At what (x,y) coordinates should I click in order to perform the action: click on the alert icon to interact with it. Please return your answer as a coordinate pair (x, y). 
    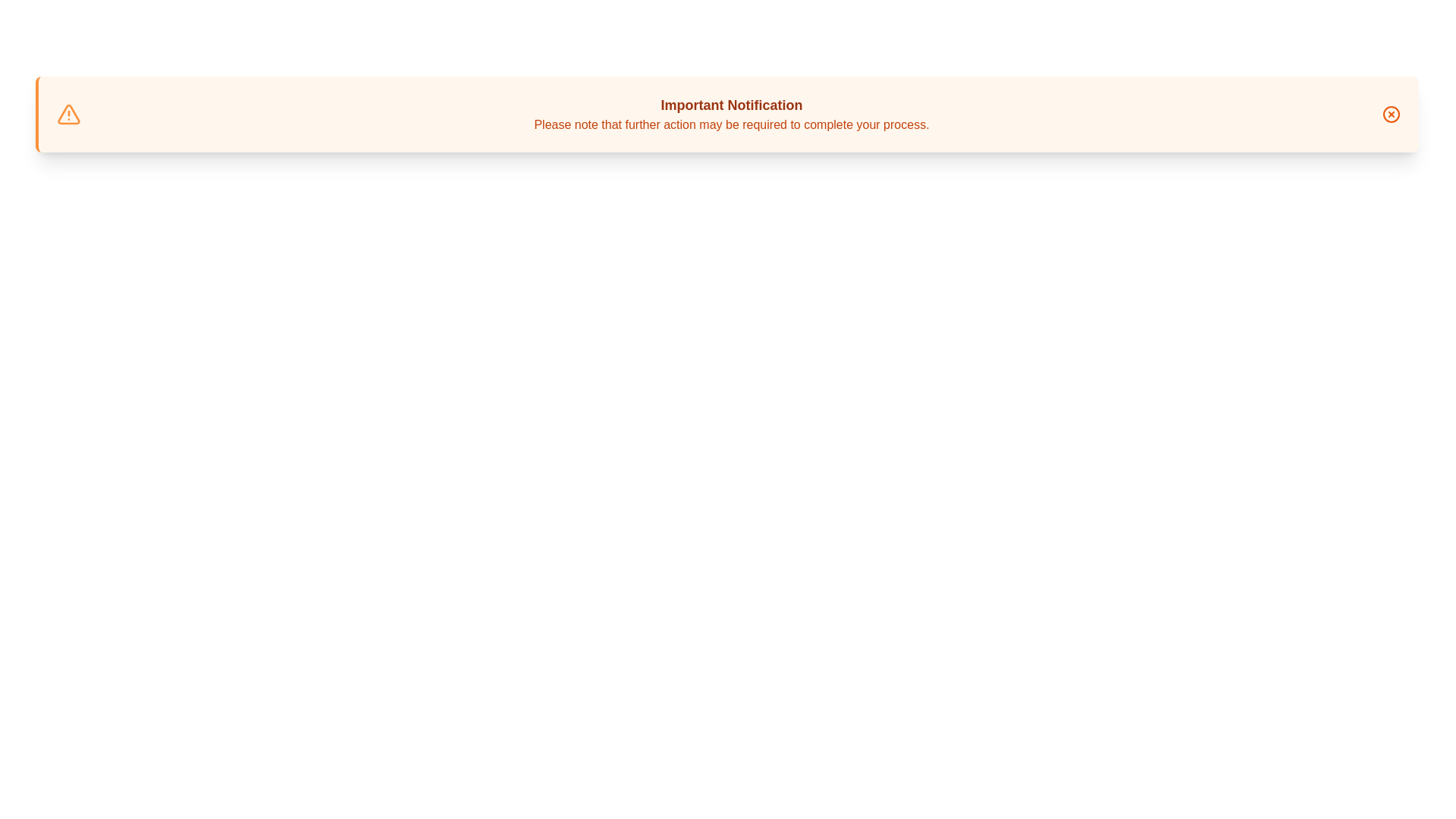
    Looking at the image, I should click on (68, 113).